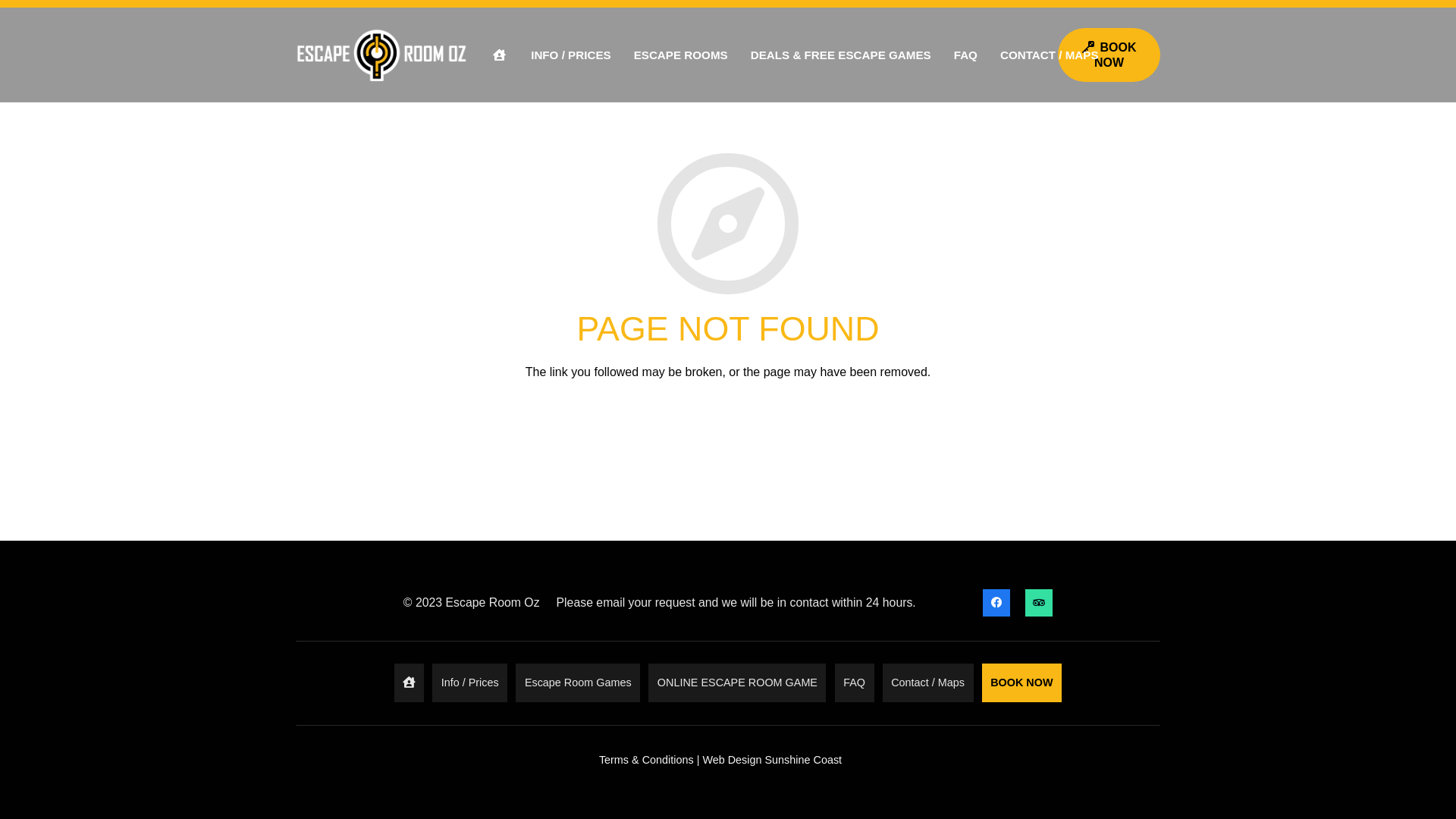 The height and width of the screenshot is (819, 1456). I want to click on 'Tripadvisor', so click(1037, 601).